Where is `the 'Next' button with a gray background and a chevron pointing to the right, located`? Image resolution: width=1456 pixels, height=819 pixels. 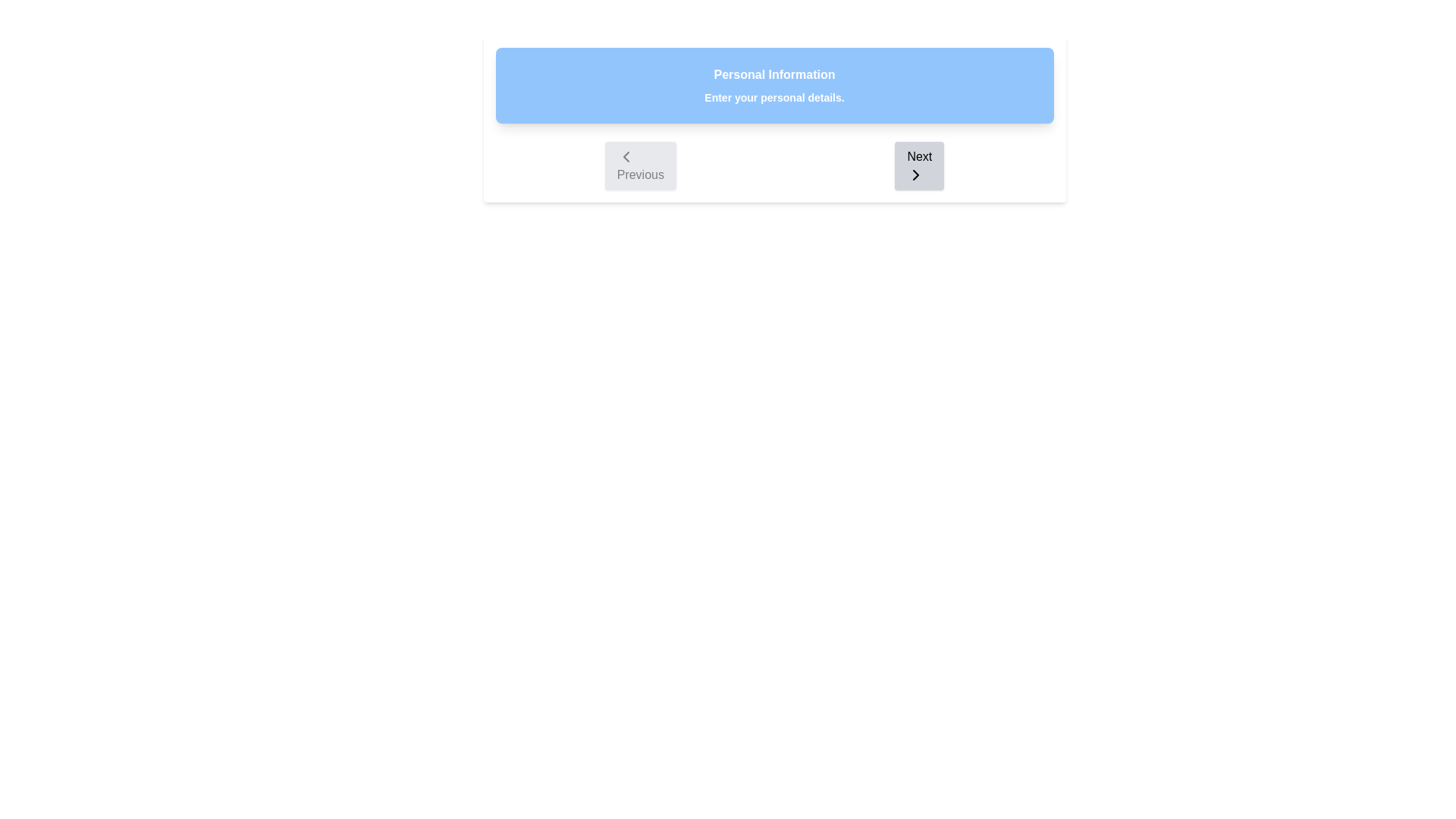 the 'Next' button with a gray background and a chevron pointing to the right, located is located at coordinates (918, 166).